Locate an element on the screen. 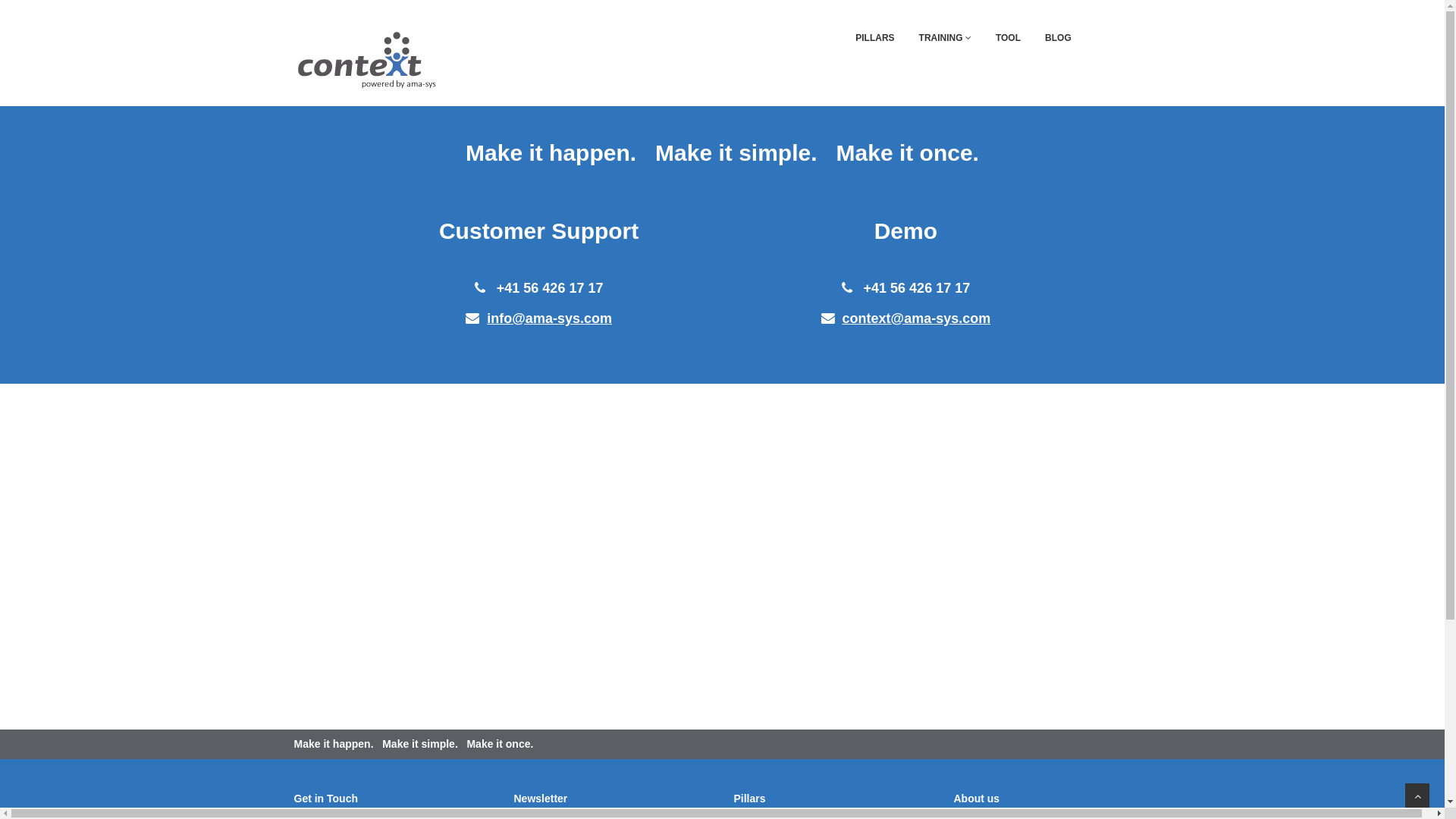 The height and width of the screenshot is (819, 1456). 'BLOG' is located at coordinates (1057, 37).